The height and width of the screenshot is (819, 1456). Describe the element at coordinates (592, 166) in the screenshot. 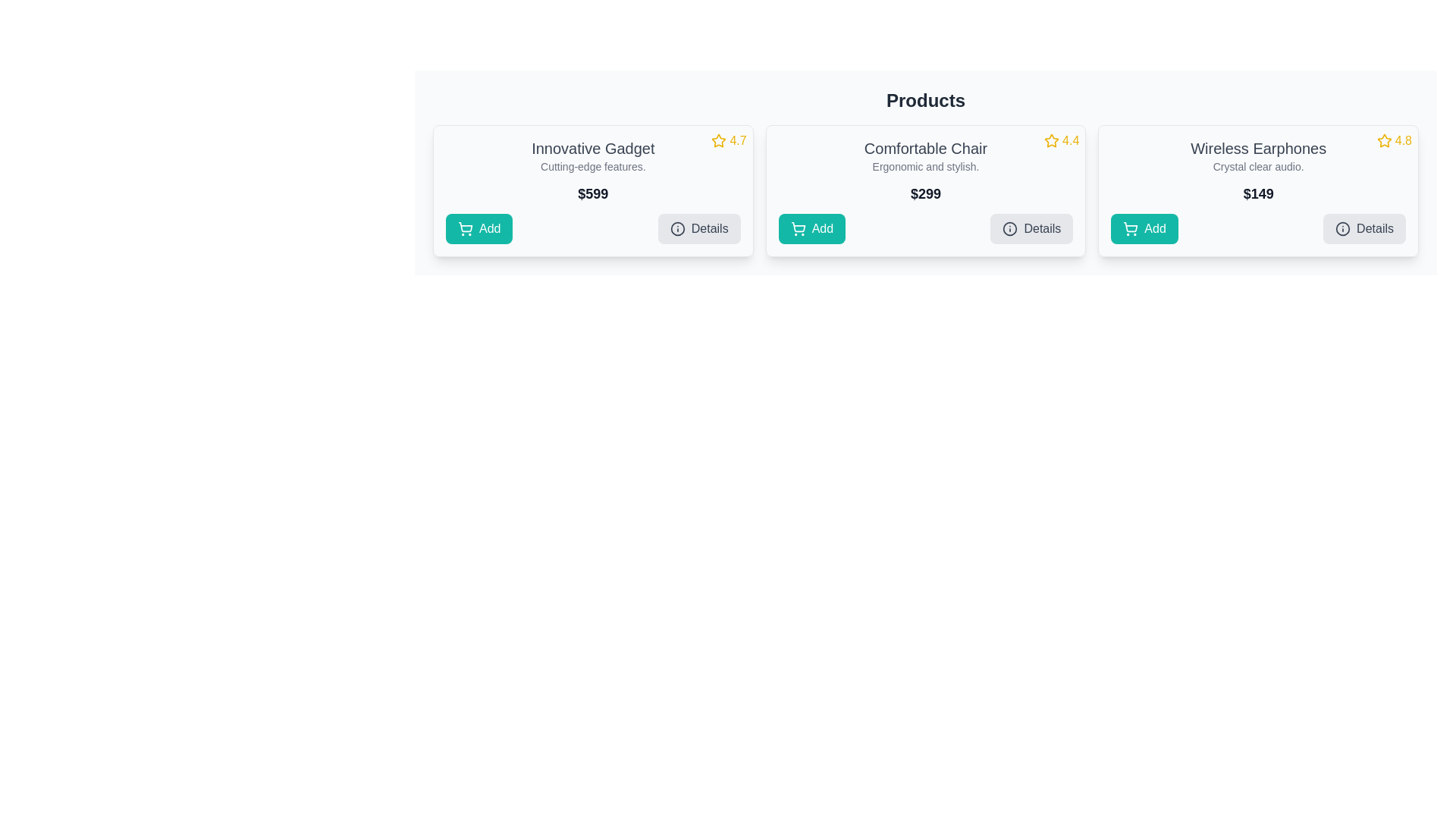

I see `the text label that reads 'Cutting-edge features.' located below the heading 'Innovative Gadget' in the leftmost card of the layout` at that location.